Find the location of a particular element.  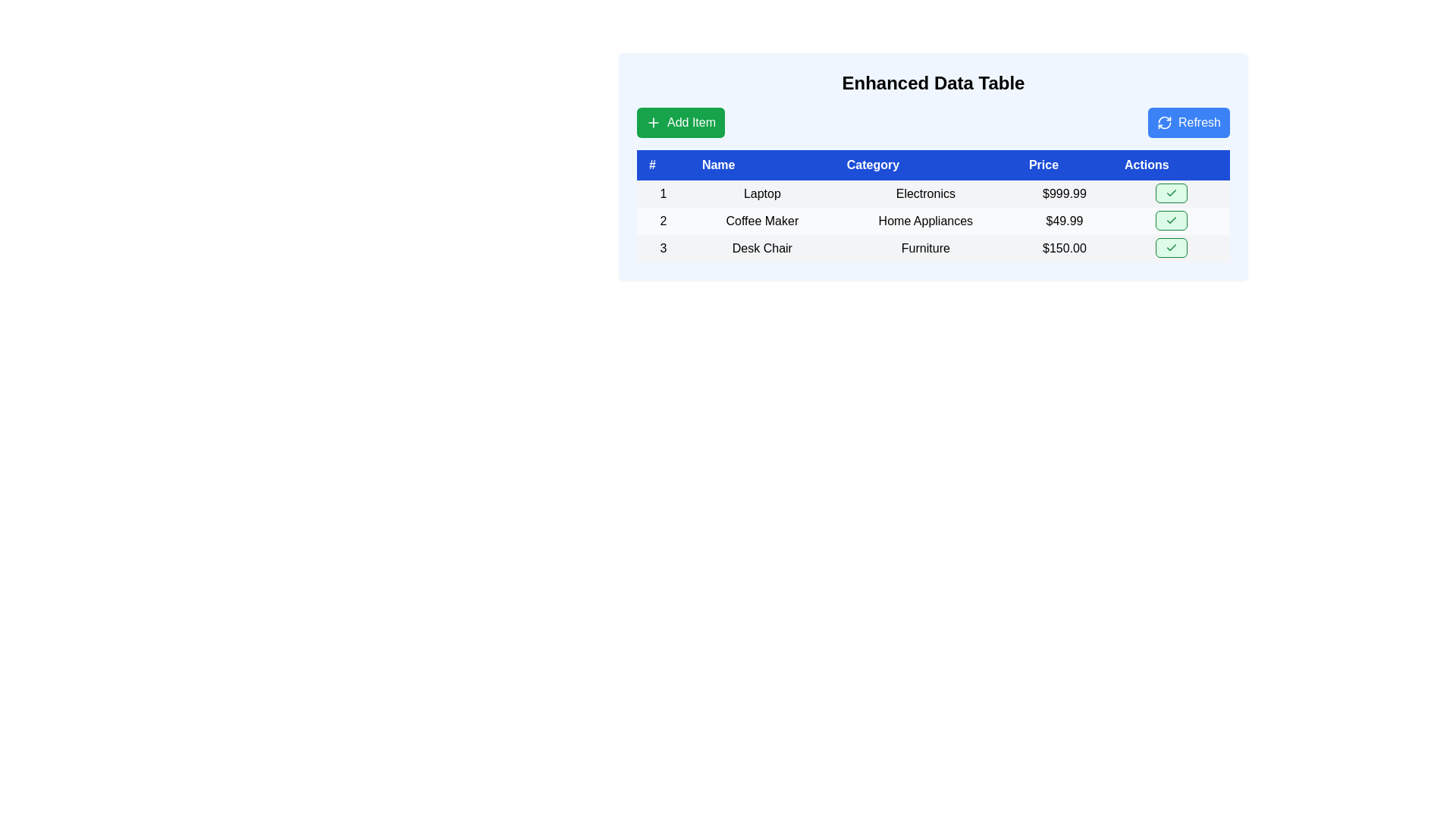

the action button in the 'Actions' column of the row associated with the product 'Desk Chair' is located at coordinates (1170, 247).